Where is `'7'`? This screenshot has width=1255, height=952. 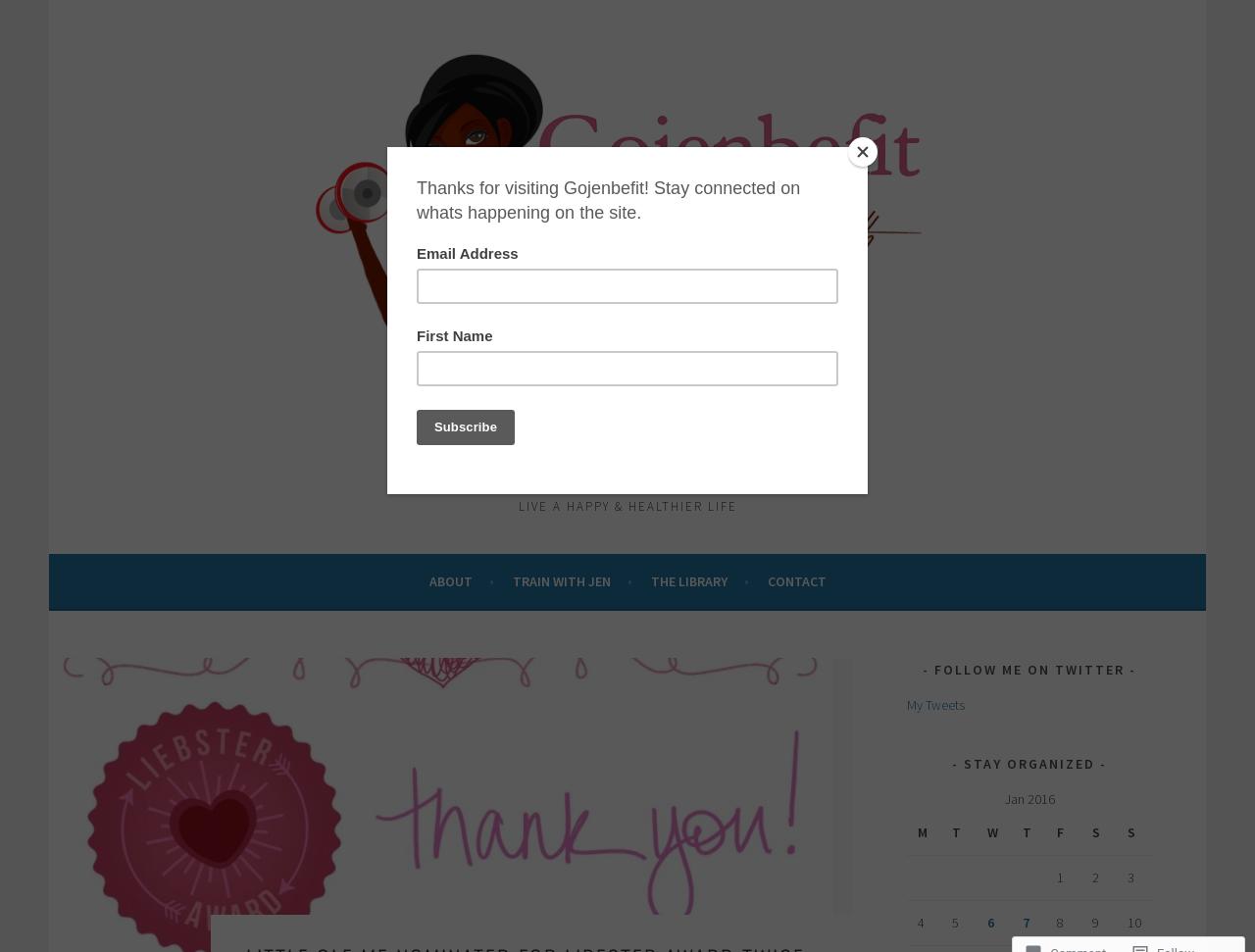
'7' is located at coordinates (1024, 921).